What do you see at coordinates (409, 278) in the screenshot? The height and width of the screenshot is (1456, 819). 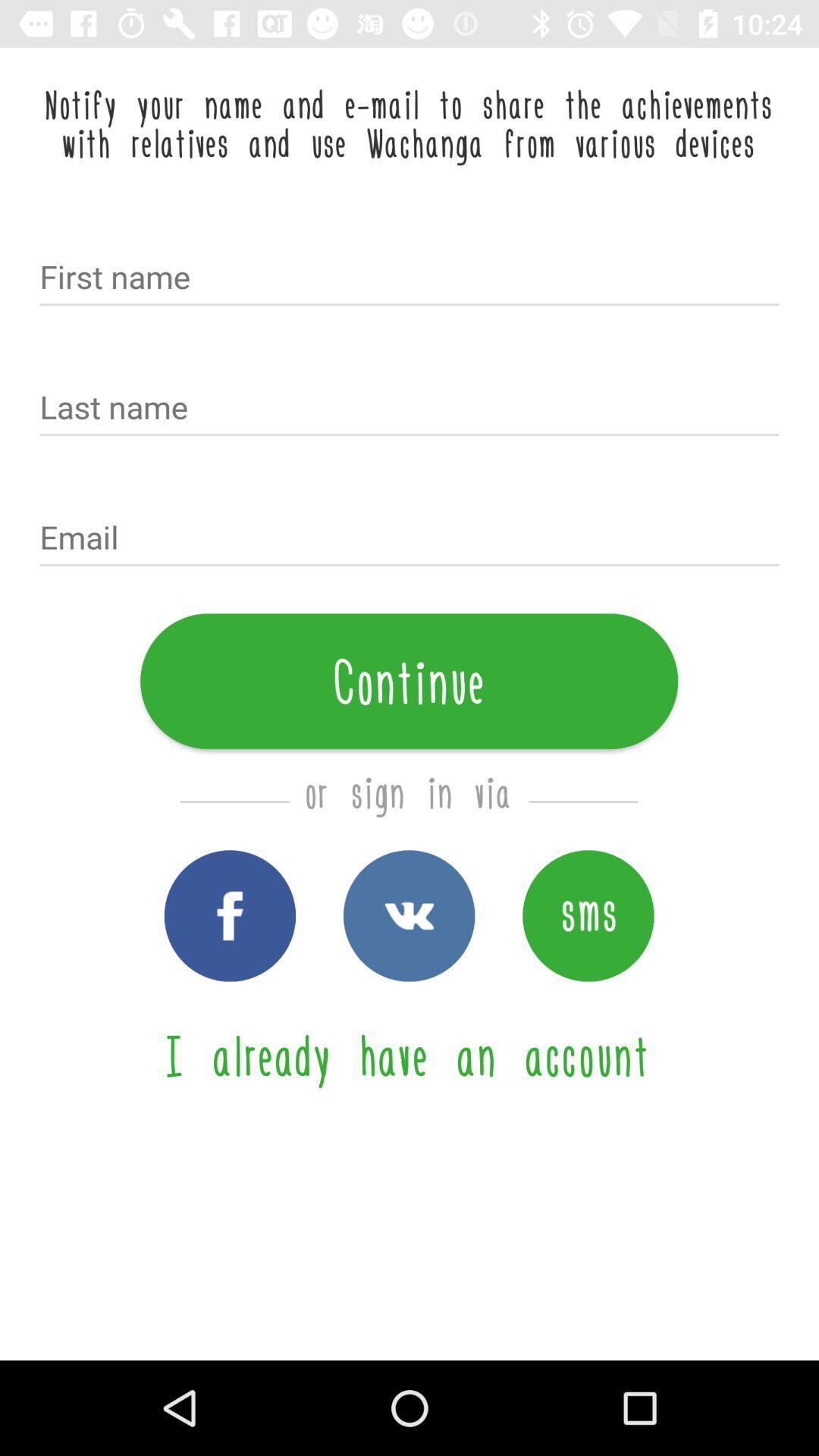 I see `the item below the notify your name icon` at bounding box center [409, 278].